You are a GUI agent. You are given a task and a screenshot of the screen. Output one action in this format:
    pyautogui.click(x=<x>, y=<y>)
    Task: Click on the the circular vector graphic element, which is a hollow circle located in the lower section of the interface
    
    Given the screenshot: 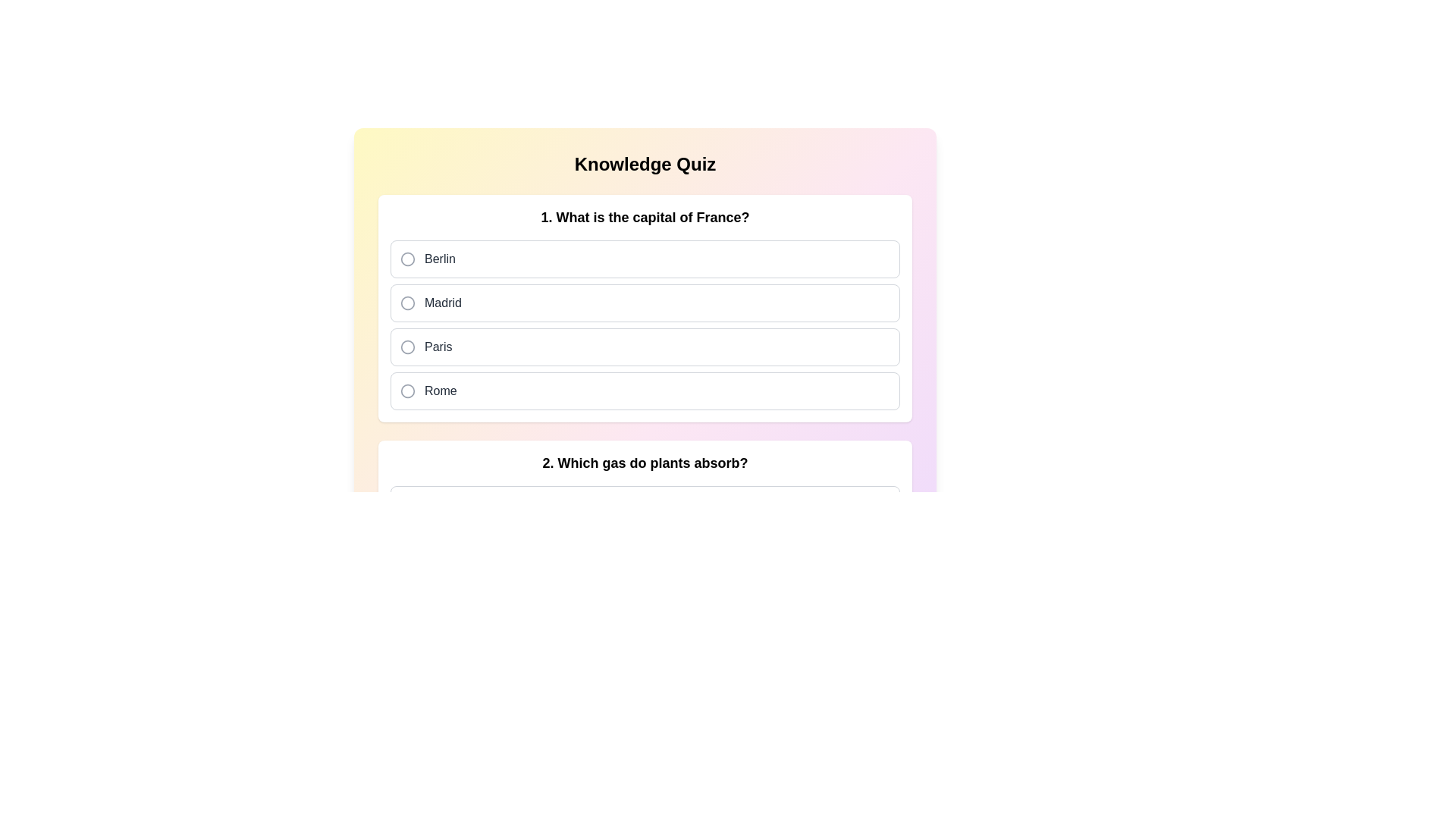 What is the action you would take?
    pyautogui.click(x=407, y=549)
    